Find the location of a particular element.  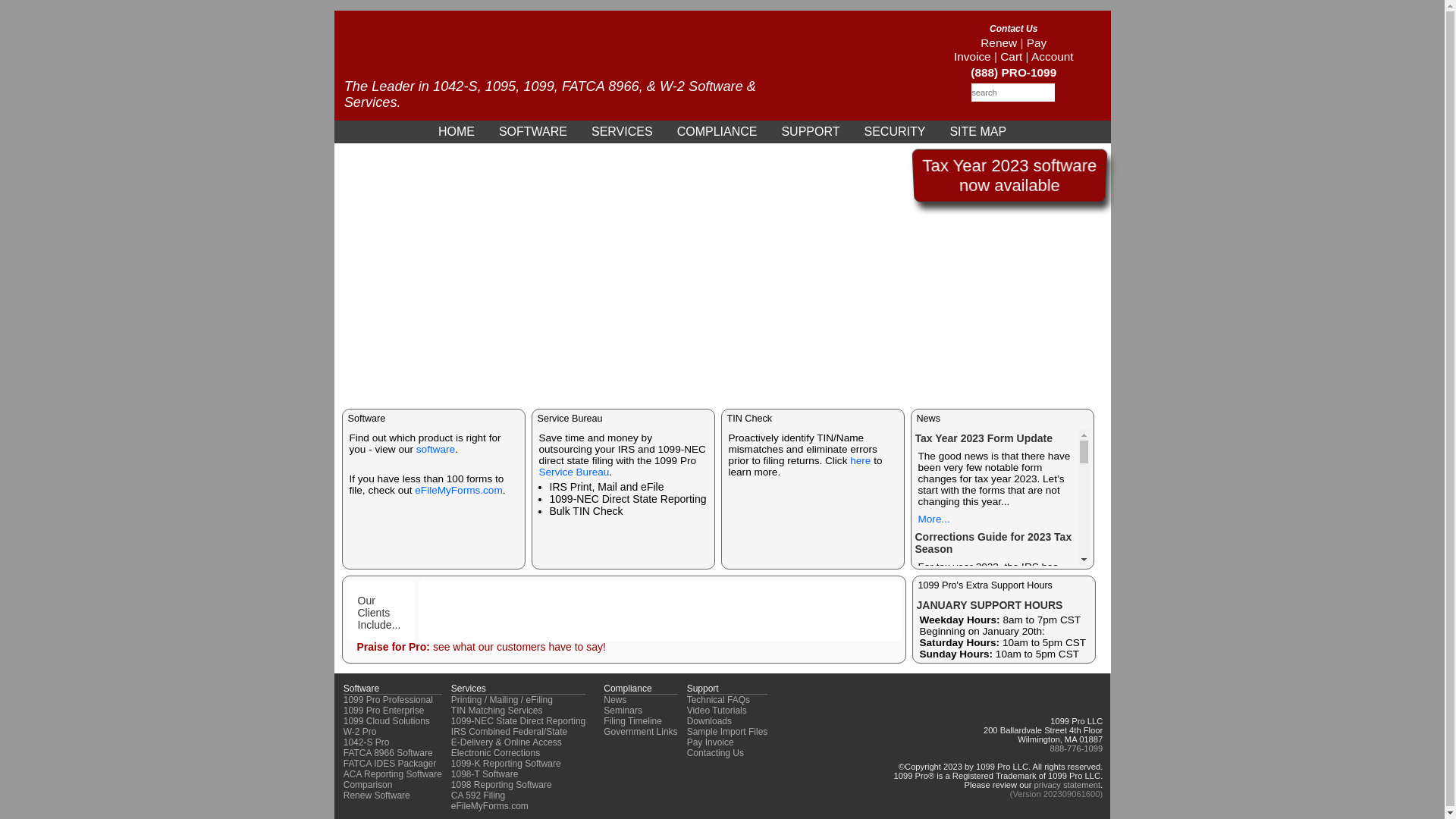

'FATCA IDES Packager' is located at coordinates (390, 763).